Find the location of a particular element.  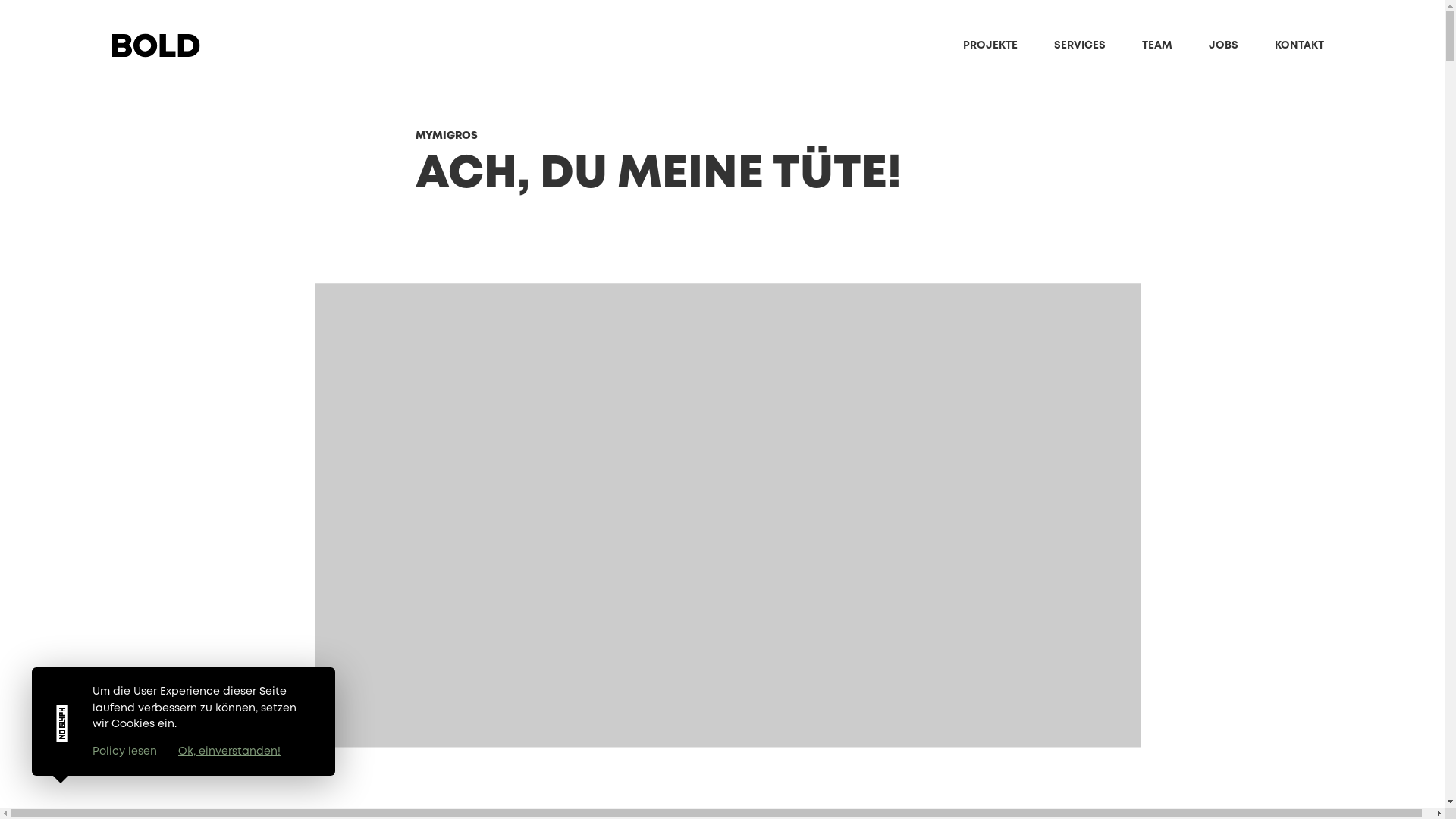

'JOBS' is located at coordinates (1207, 45).